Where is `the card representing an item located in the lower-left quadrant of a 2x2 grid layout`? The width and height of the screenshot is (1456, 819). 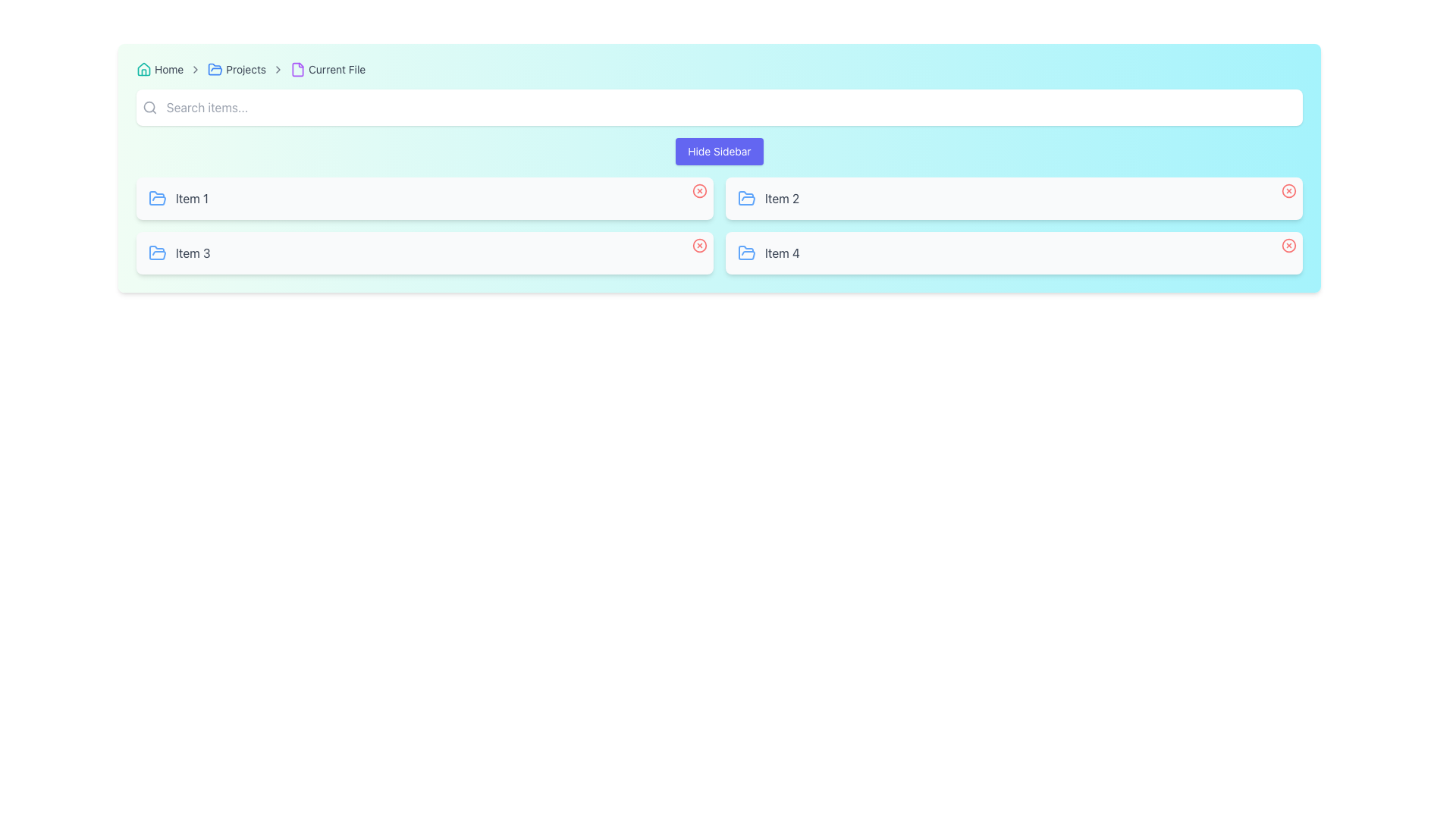
the card representing an item located in the lower-left quadrant of a 2x2 grid layout is located at coordinates (425, 253).